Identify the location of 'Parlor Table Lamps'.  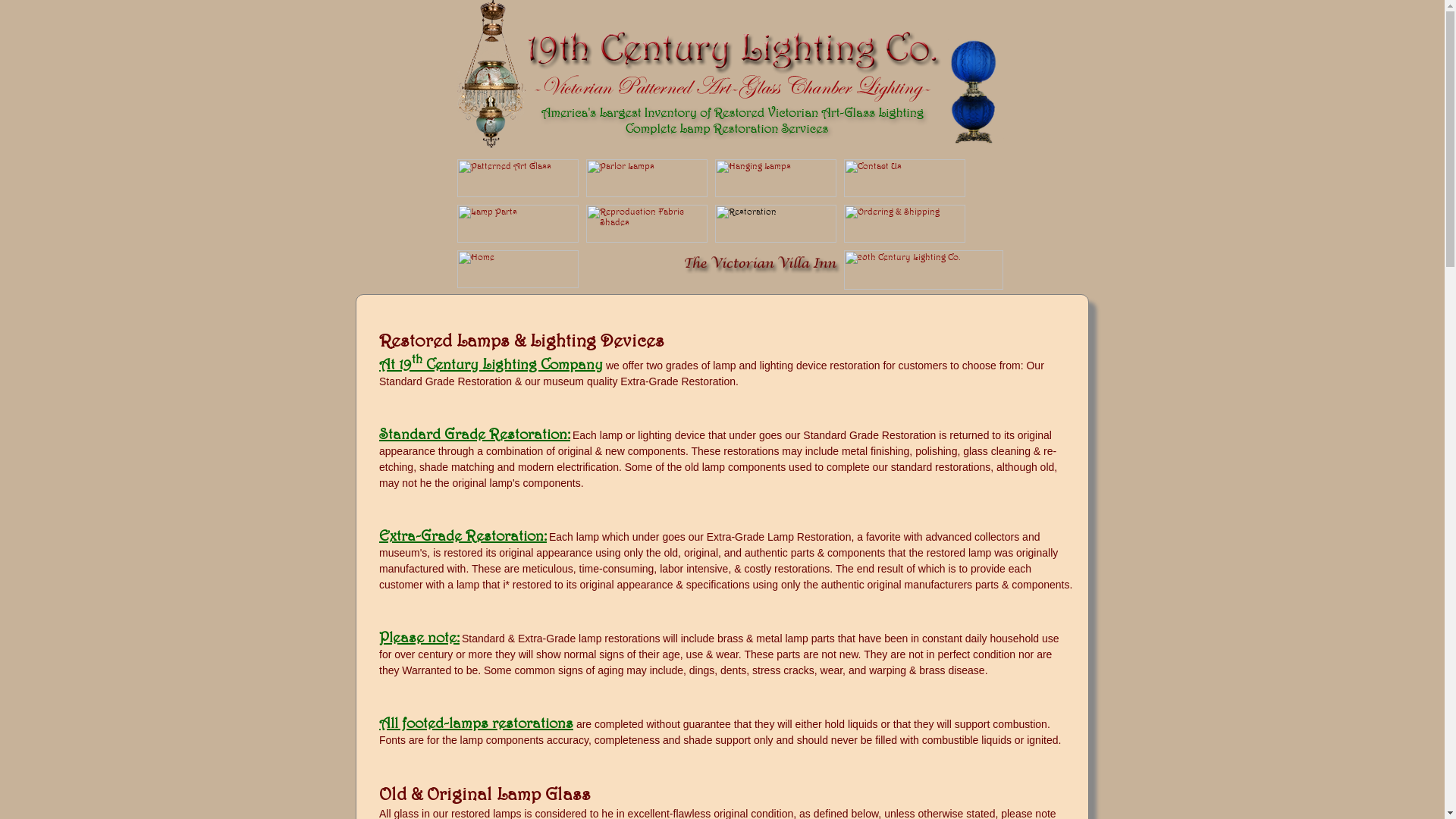
(645, 193).